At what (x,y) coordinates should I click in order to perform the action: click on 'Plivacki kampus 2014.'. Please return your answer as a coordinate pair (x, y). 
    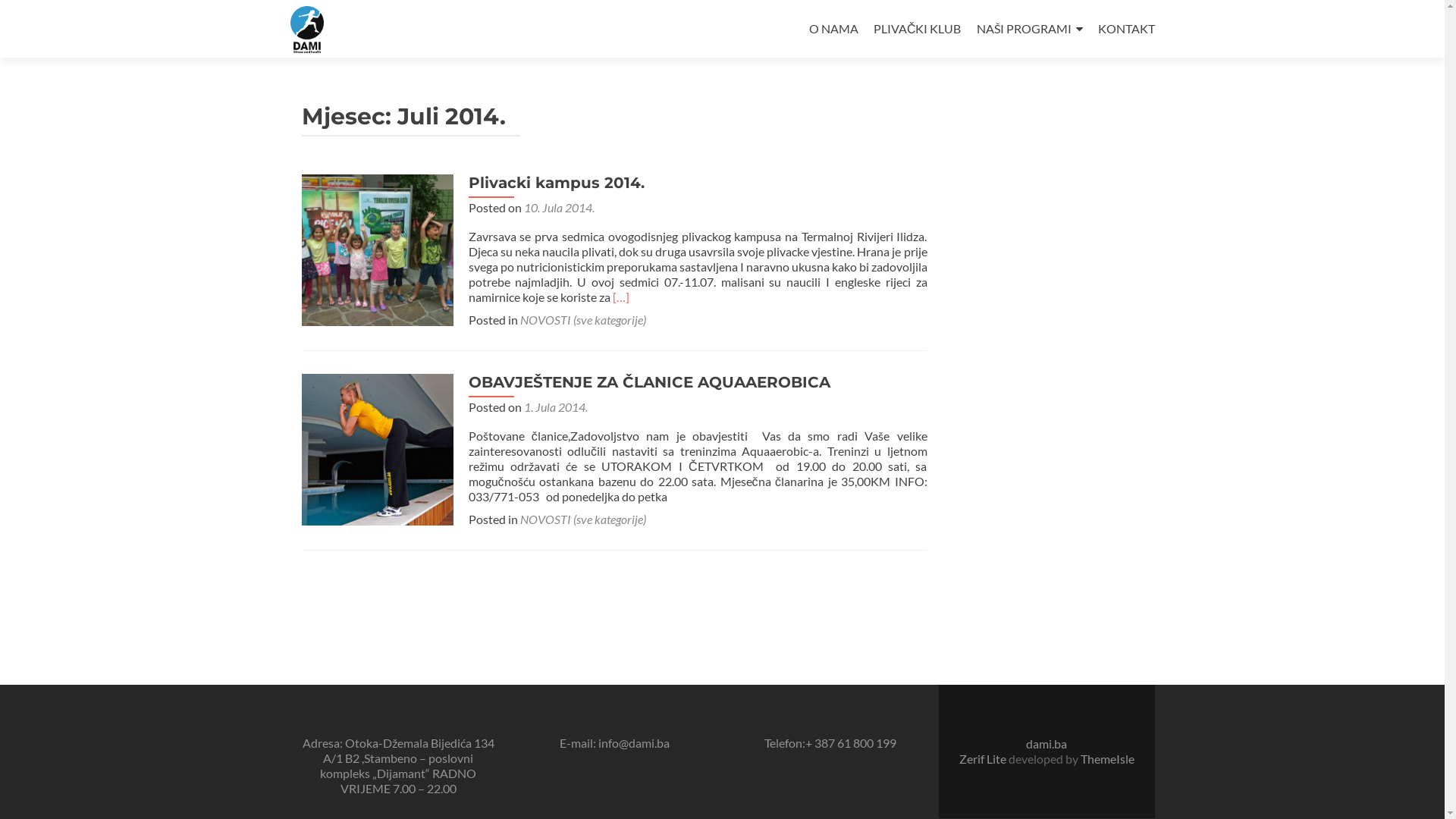
    Looking at the image, I should click on (378, 247).